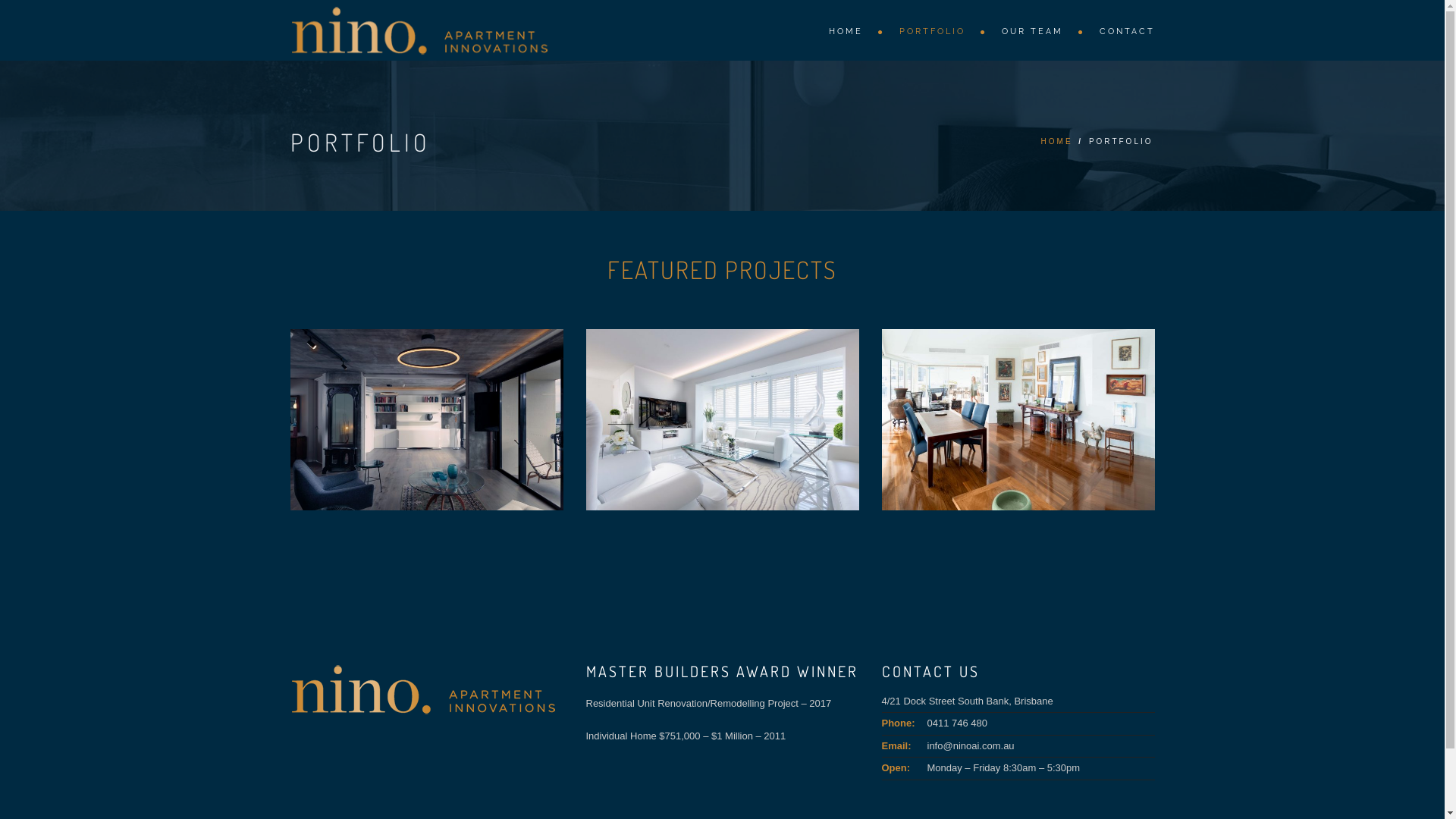 The width and height of the screenshot is (1456, 819). What do you see at coordinates (969, 745) in the screenshot?
I see `'info@ninoai.com.au'` at bounding box center [969, 745].